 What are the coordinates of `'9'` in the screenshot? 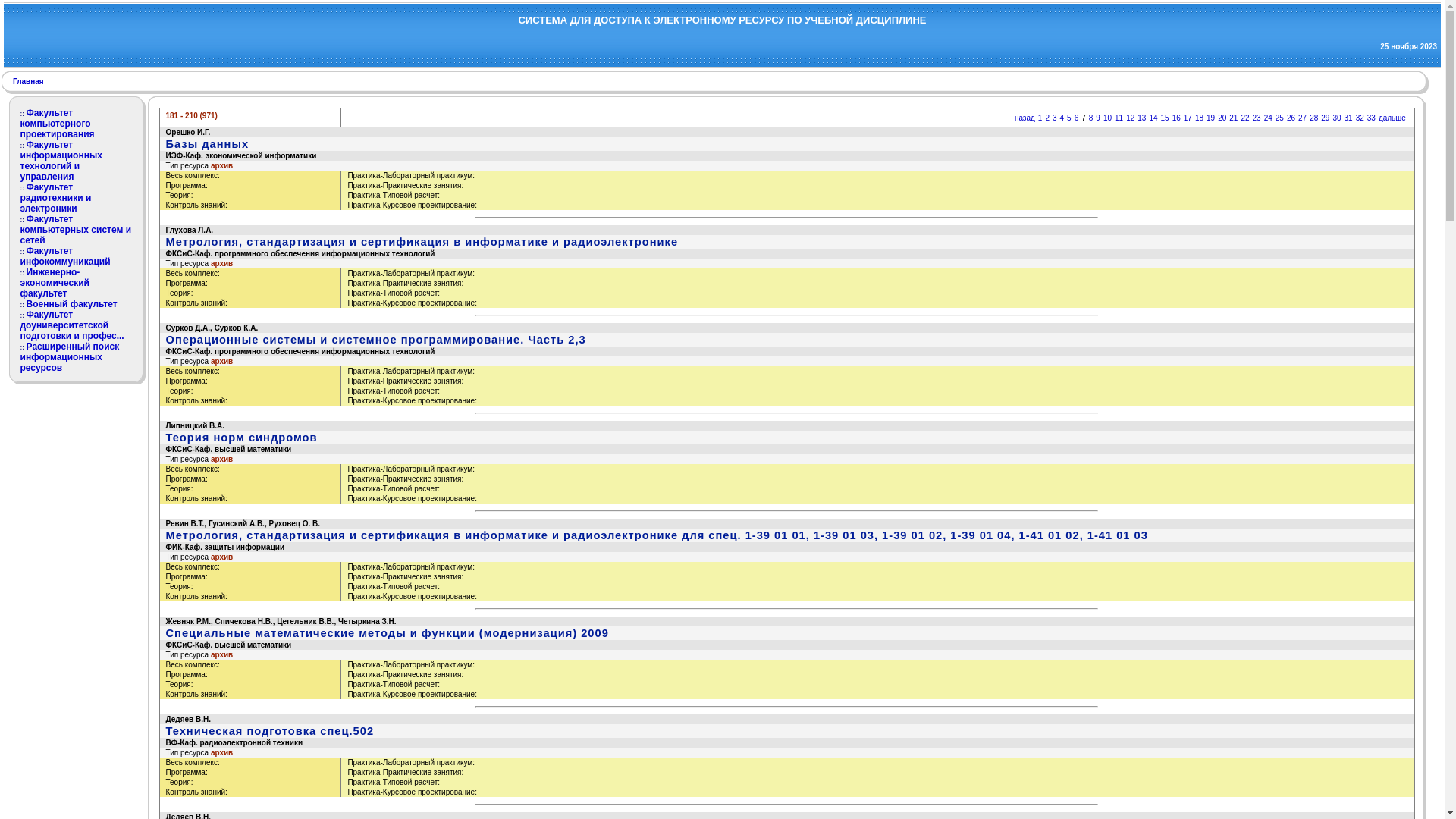 It's located at (1095, 117).